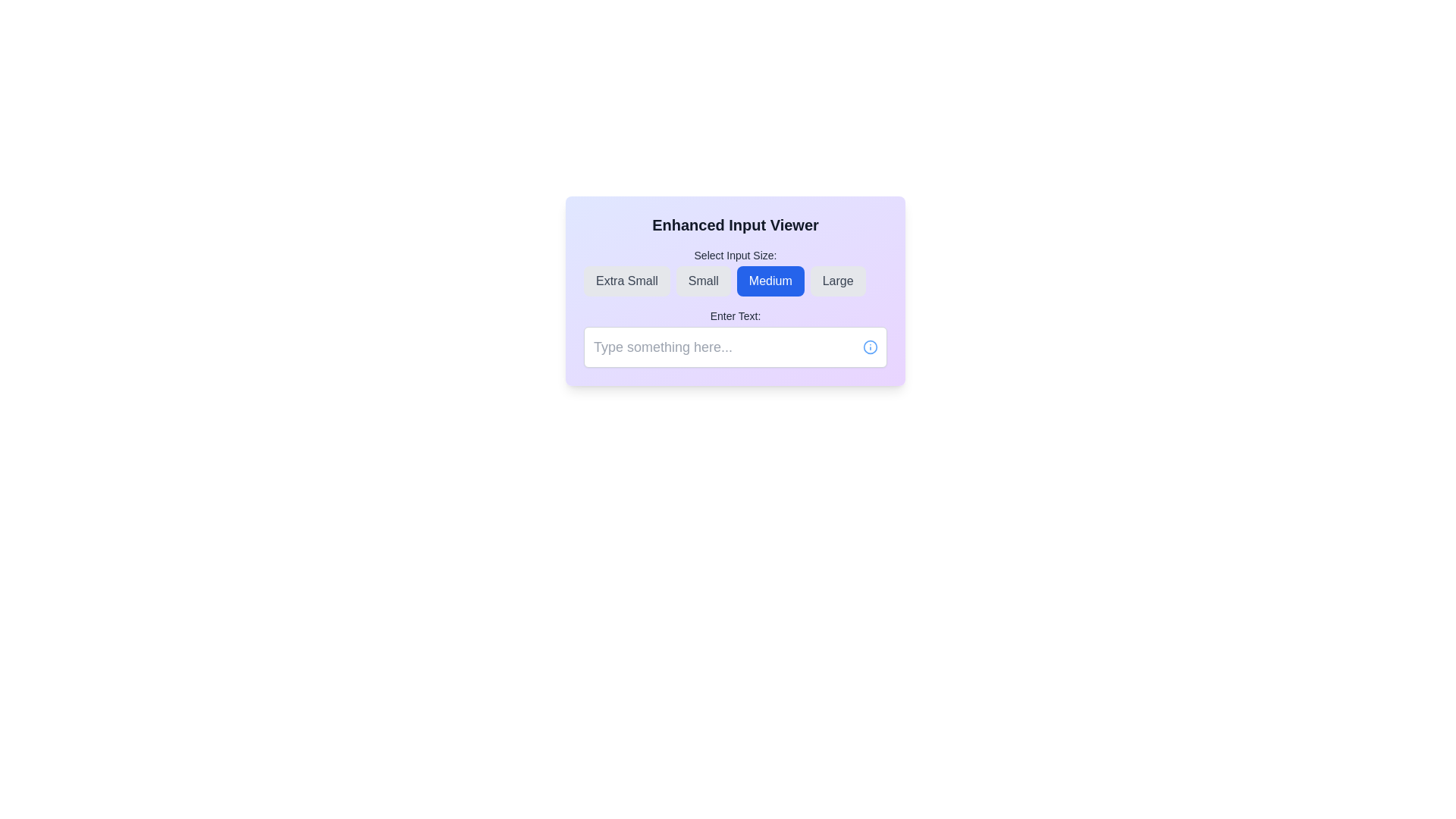 This screenshot has width=1456, height=819. Describe the element at coordinates (735, 271) in the screenshot. I see `the 'Medium' button in the grouped button selector labeled 'Select Input Size:'` at that location.